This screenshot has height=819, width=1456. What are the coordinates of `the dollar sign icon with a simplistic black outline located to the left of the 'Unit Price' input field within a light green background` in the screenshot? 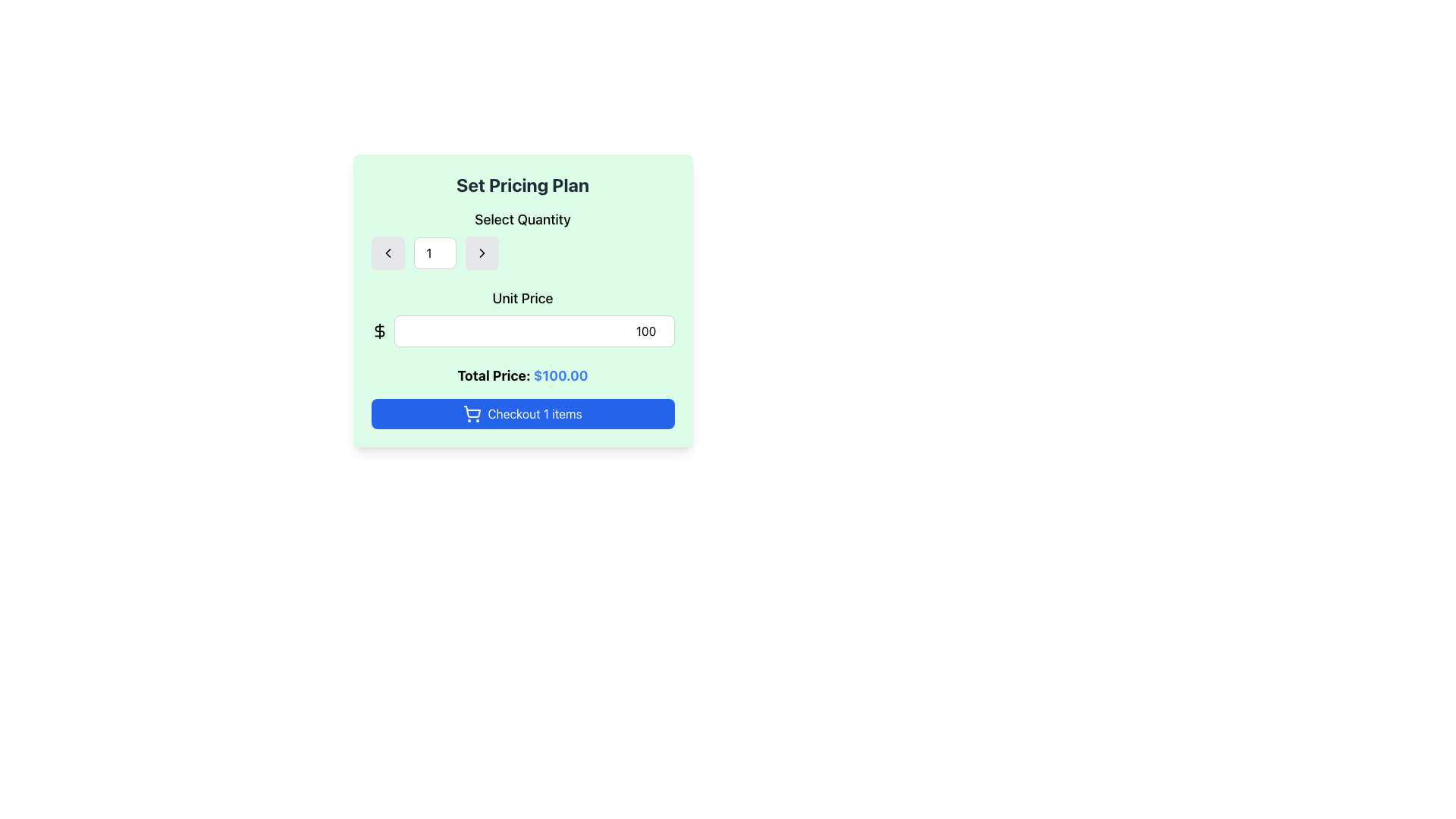 It's located at (379, 330).